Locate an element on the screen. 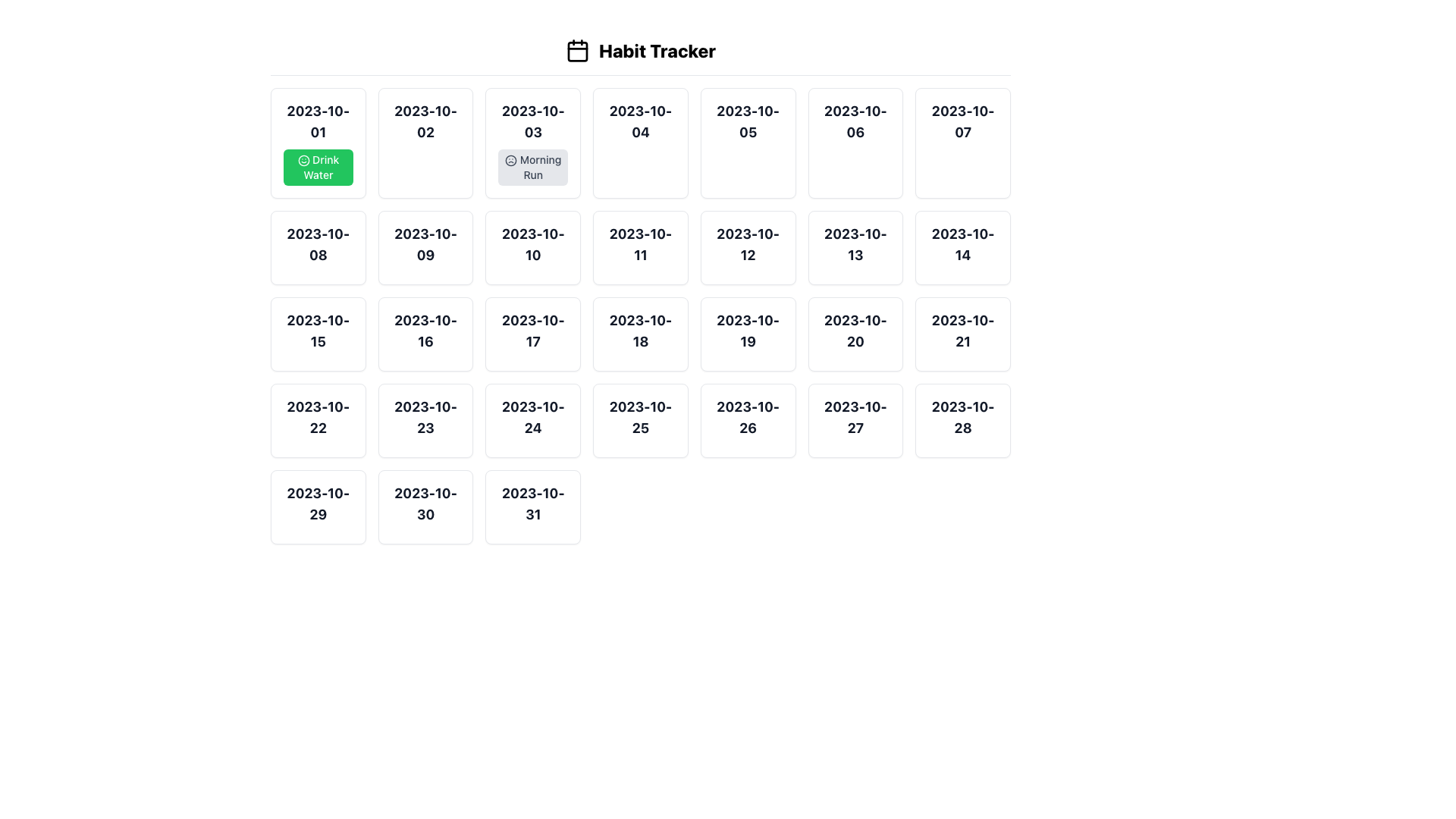 This screenshot has width=1456, height=819. the date box element located in the second row and fifth column of the habit tracker calendar is located at coordinates (855, 247).